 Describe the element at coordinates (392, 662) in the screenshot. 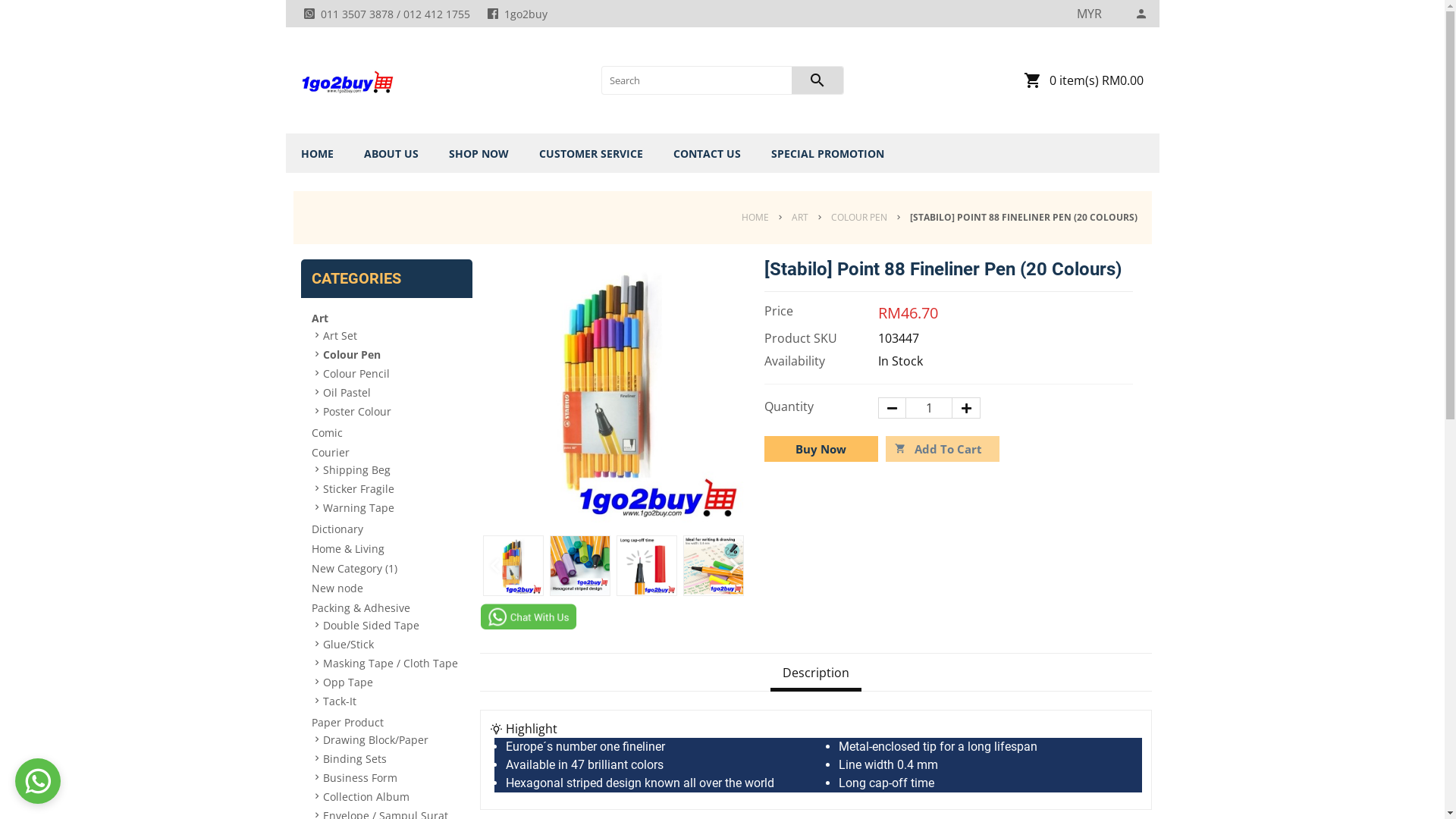

I see `'Masking Tape / Cloth Tape'` at that location.